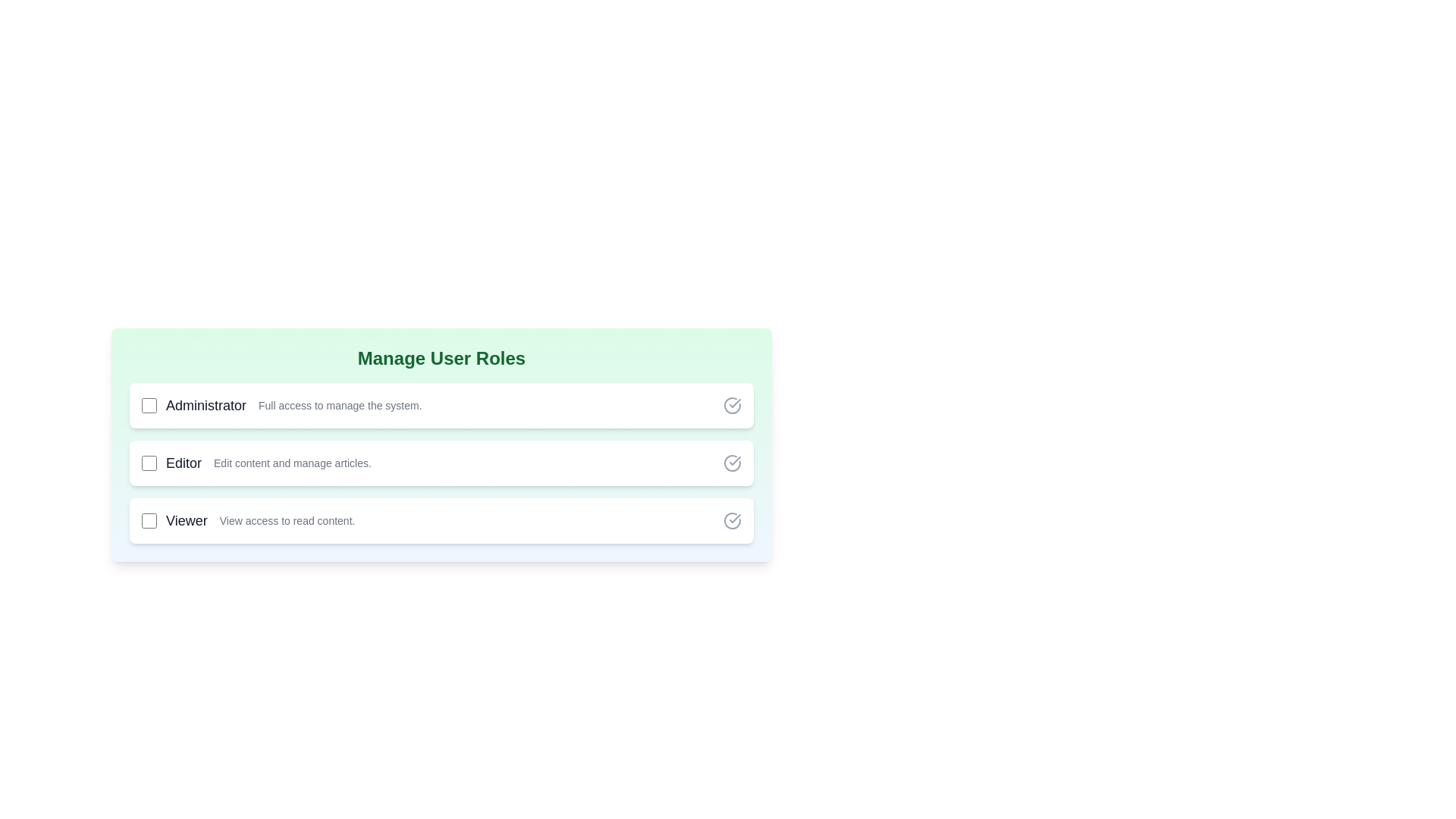  I want to click on the text of the role Editor to highlight it, so click(182, 462).